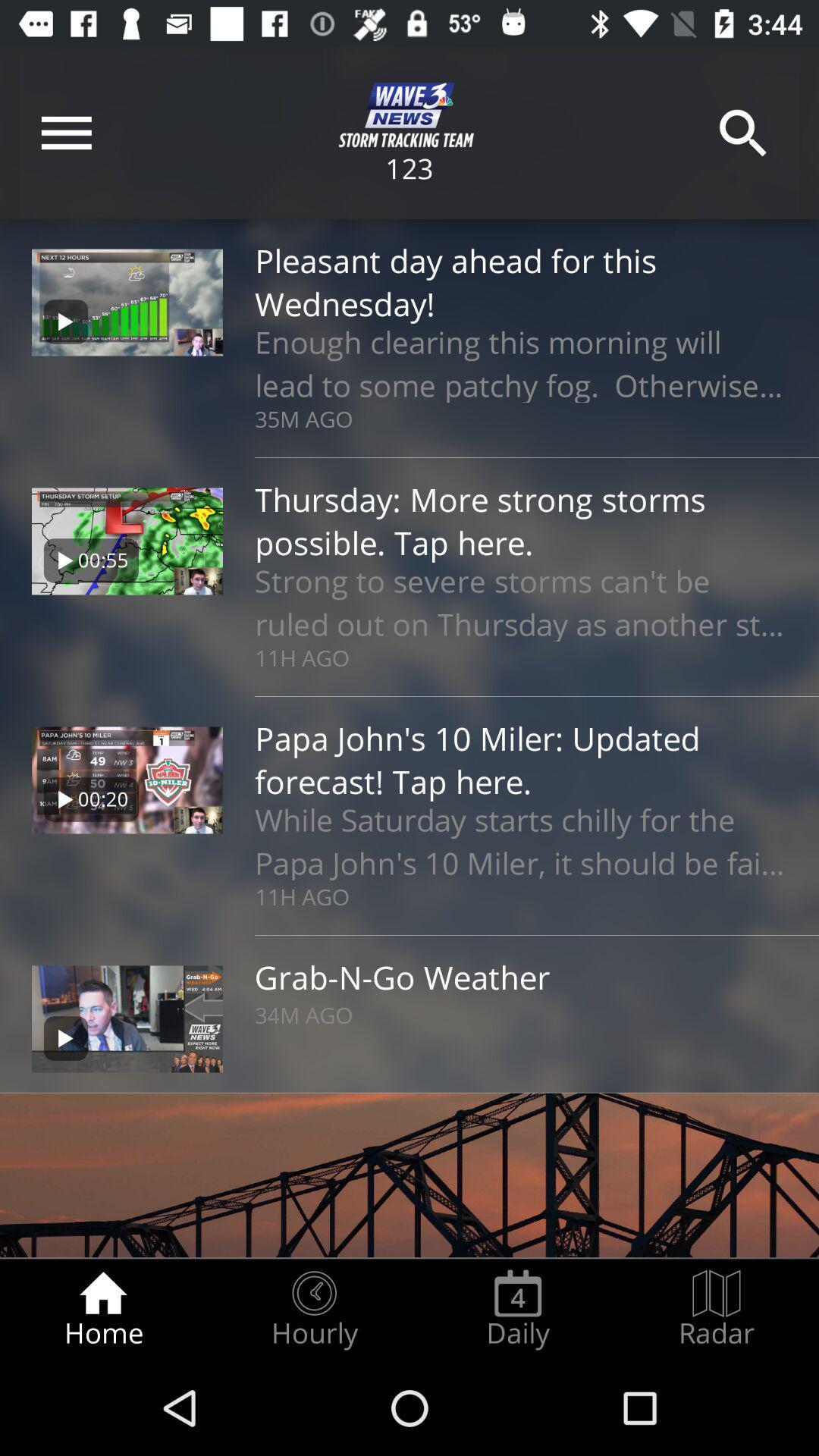  Describe the element at coordinates (717, 1309) in the screenshot. I see `the icon at the bottom right corner` at that location.